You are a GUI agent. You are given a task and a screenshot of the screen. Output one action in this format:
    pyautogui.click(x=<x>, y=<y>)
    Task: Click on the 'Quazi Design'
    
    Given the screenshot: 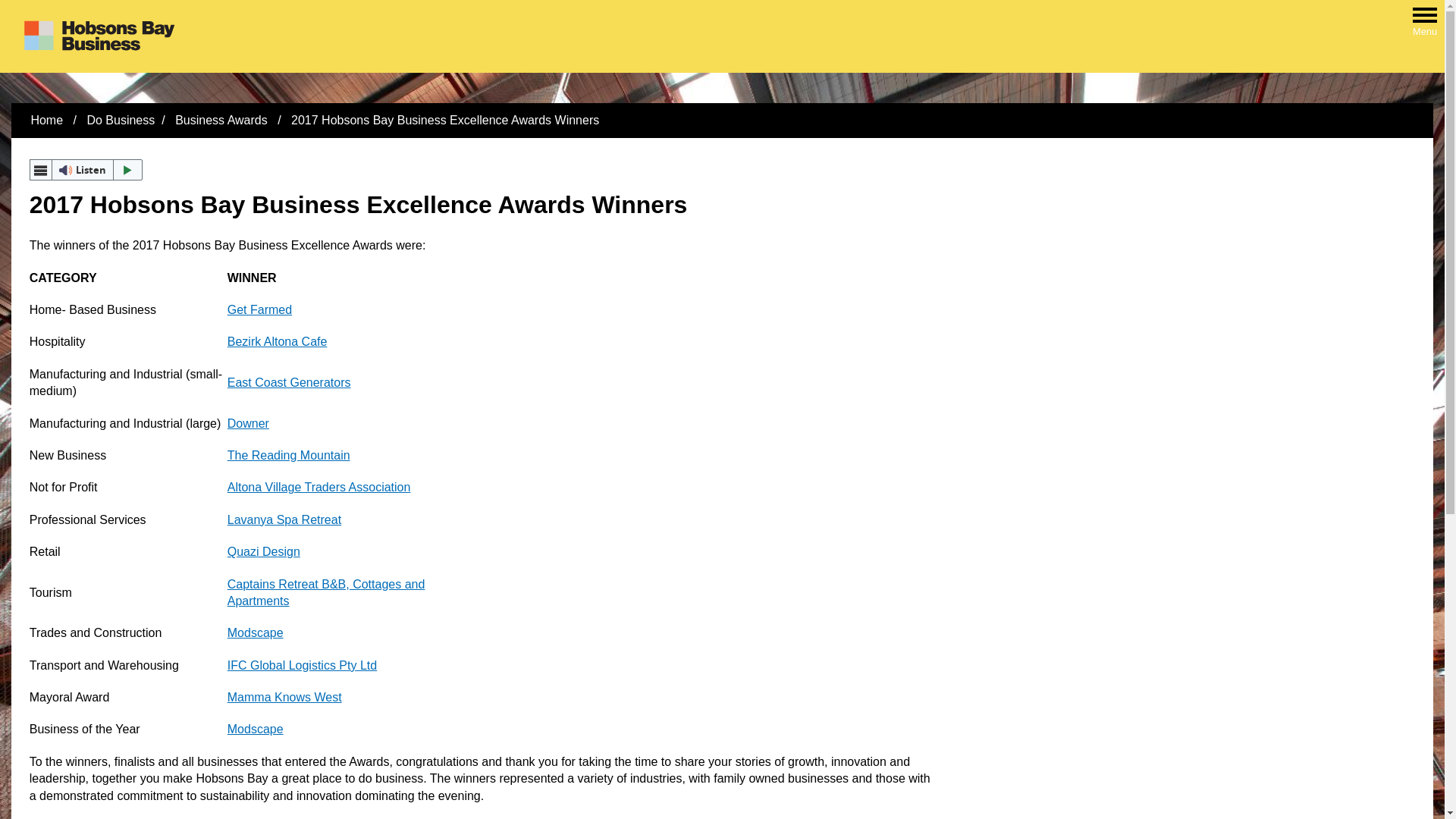 What is the action you would take?
    pyautogui.click(x=263, y=551)
    